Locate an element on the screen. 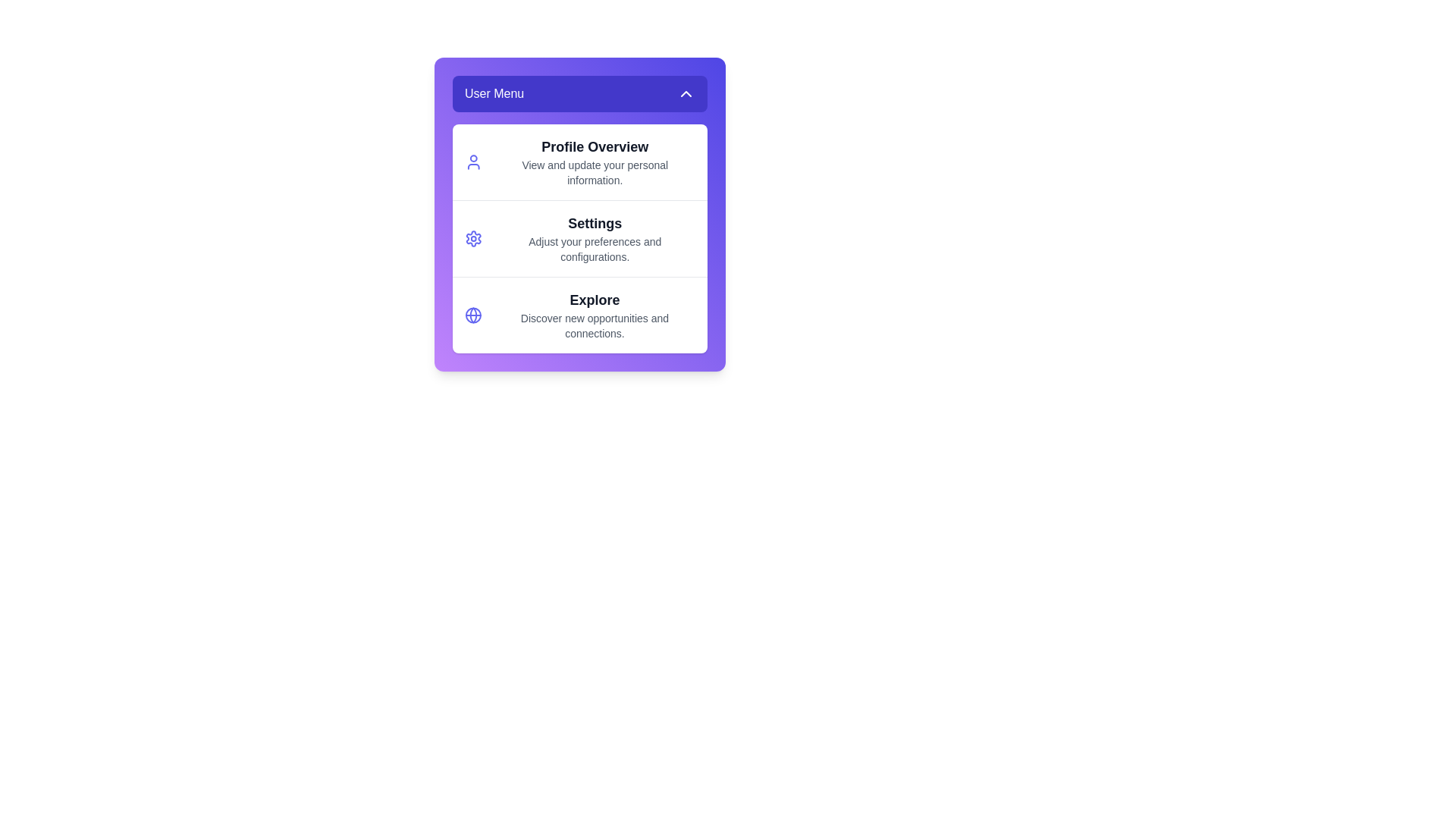  the gear icon indicating settings functionality, which is prominently displayed in the settings section of the menu interface is located at coordinates (472, 239).